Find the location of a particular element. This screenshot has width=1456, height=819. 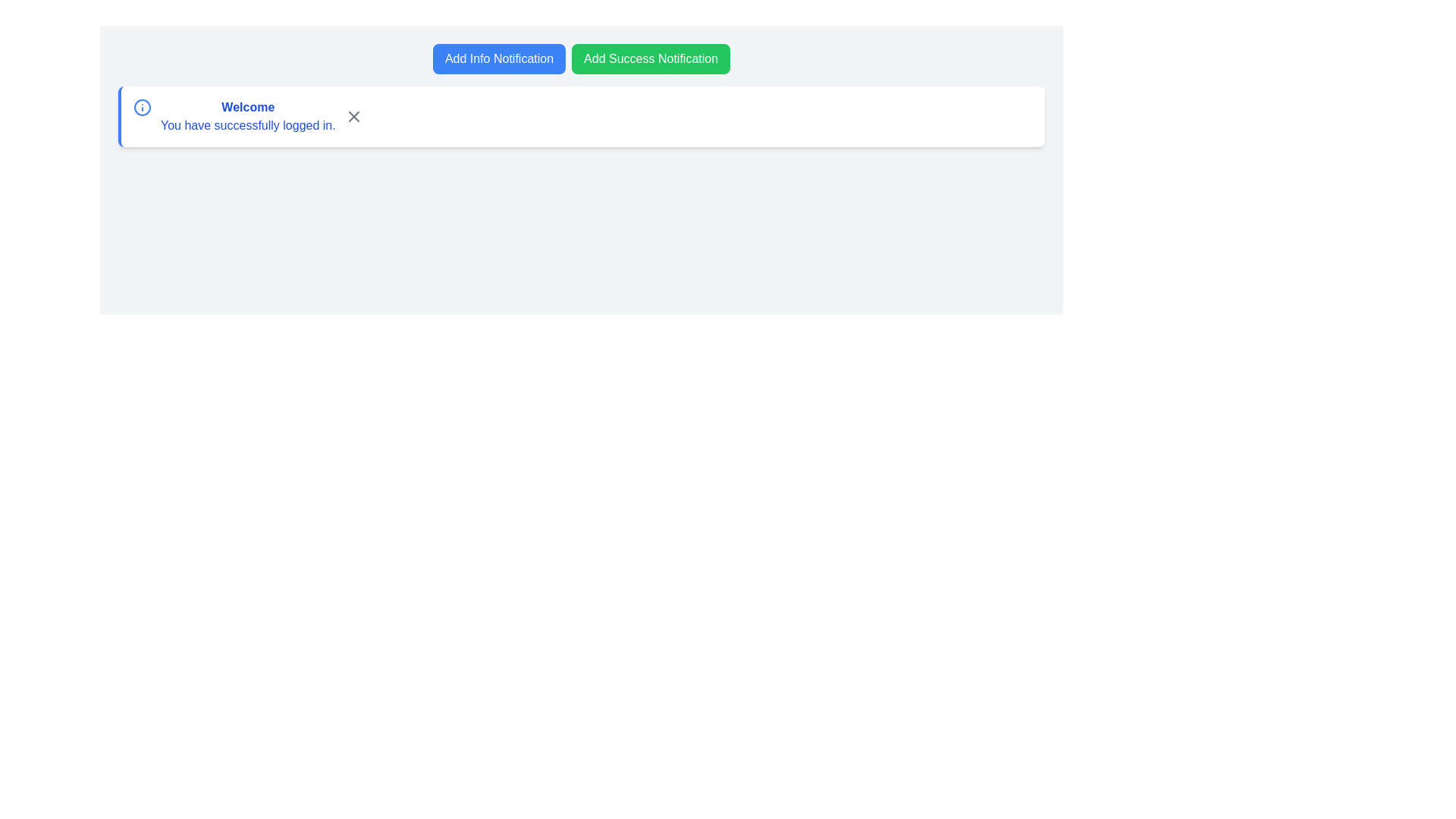

the success notification message Static Text Label that appears below the bolded text 'Welcome' in the notification bar is located at coordinates (248, 124).